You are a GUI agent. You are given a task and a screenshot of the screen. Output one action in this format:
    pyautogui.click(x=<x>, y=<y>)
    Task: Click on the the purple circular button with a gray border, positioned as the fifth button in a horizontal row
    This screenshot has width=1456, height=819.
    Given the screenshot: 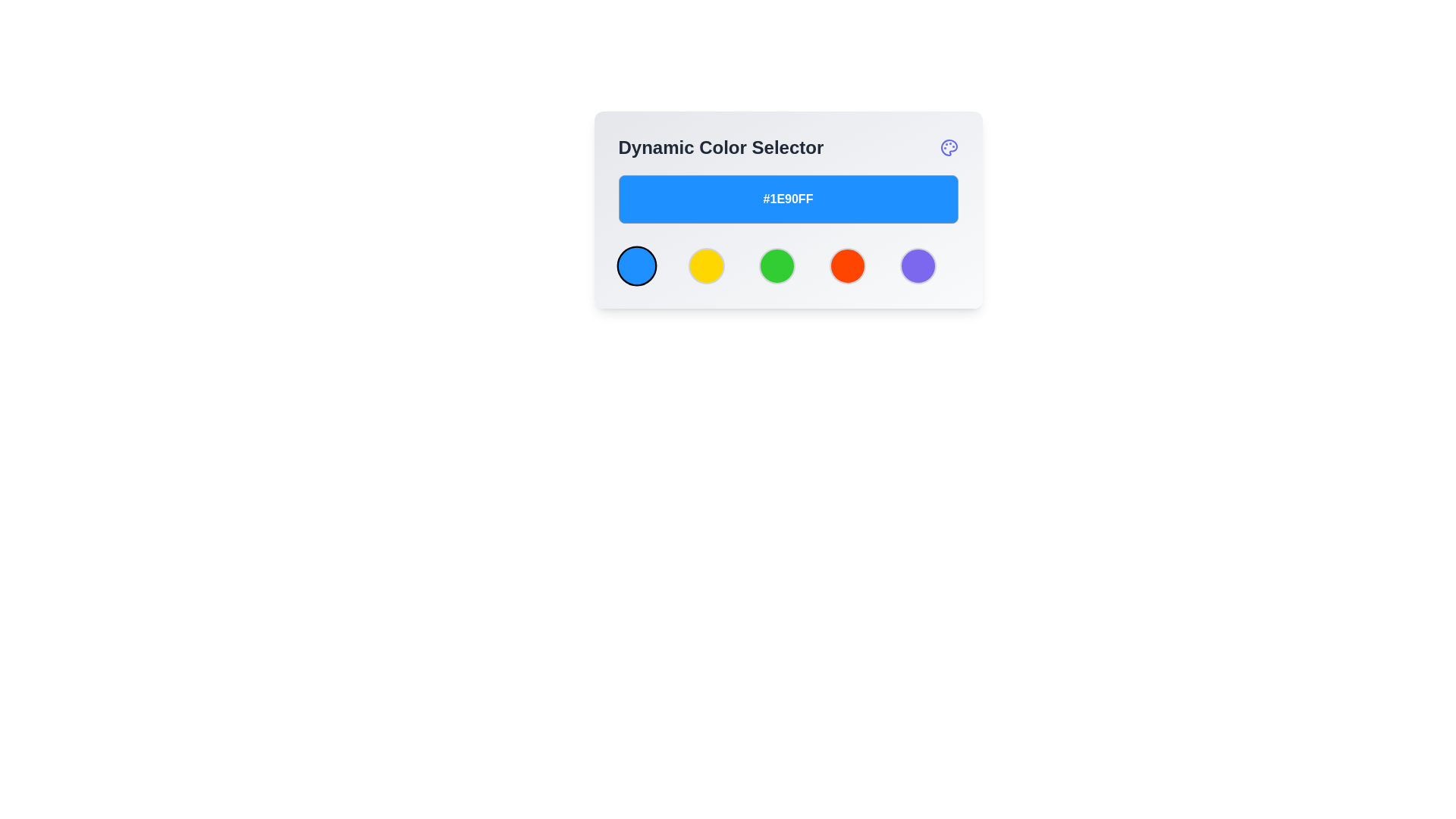 What is the action you would take?
    pyautogui.click(x=917, y=265)
    